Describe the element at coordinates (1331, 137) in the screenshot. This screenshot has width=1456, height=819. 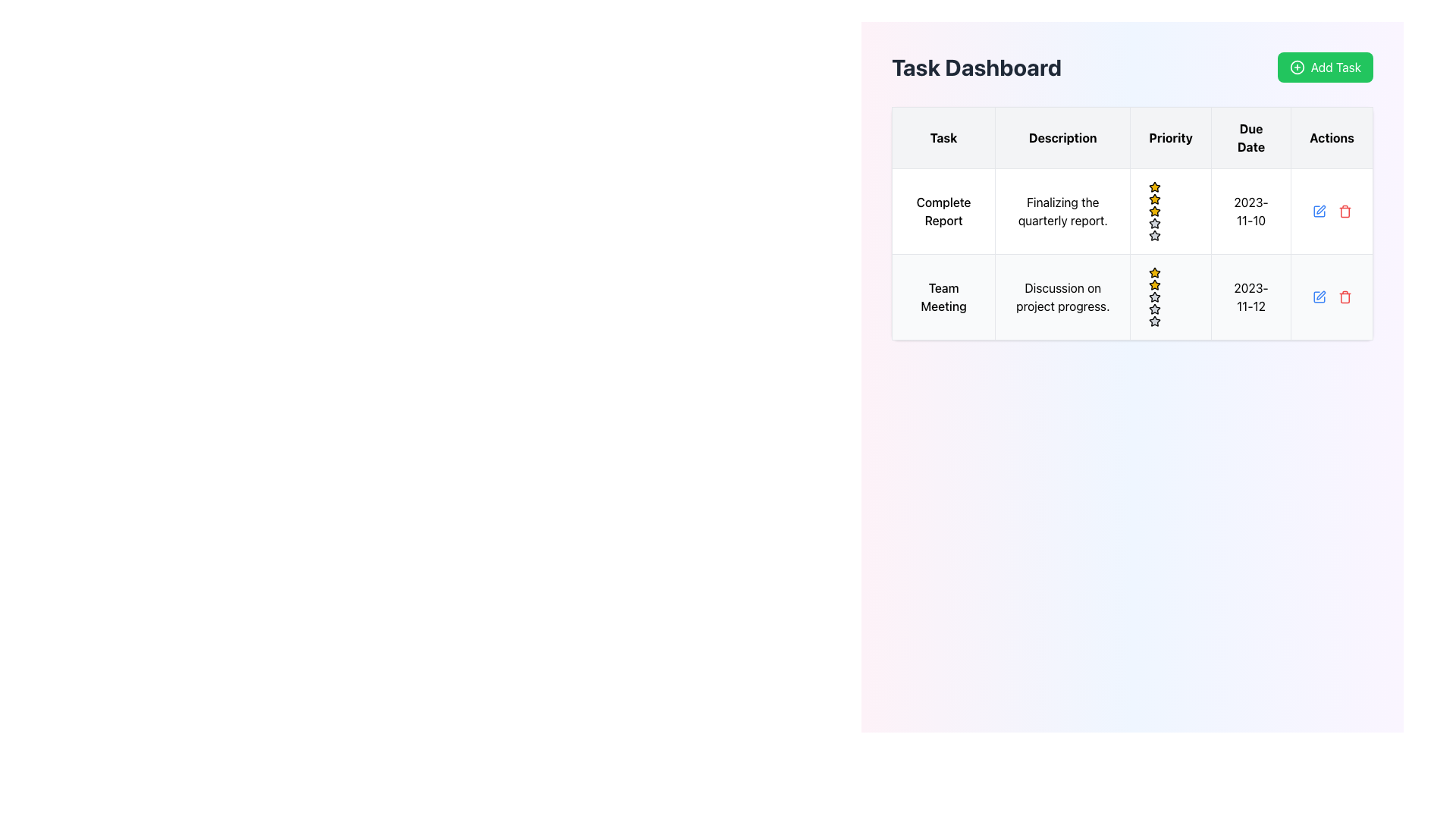
I see `the table header cell labeled 'Actions', which is the last column header in the table, styled with bold black text on a light gray background` at that location.